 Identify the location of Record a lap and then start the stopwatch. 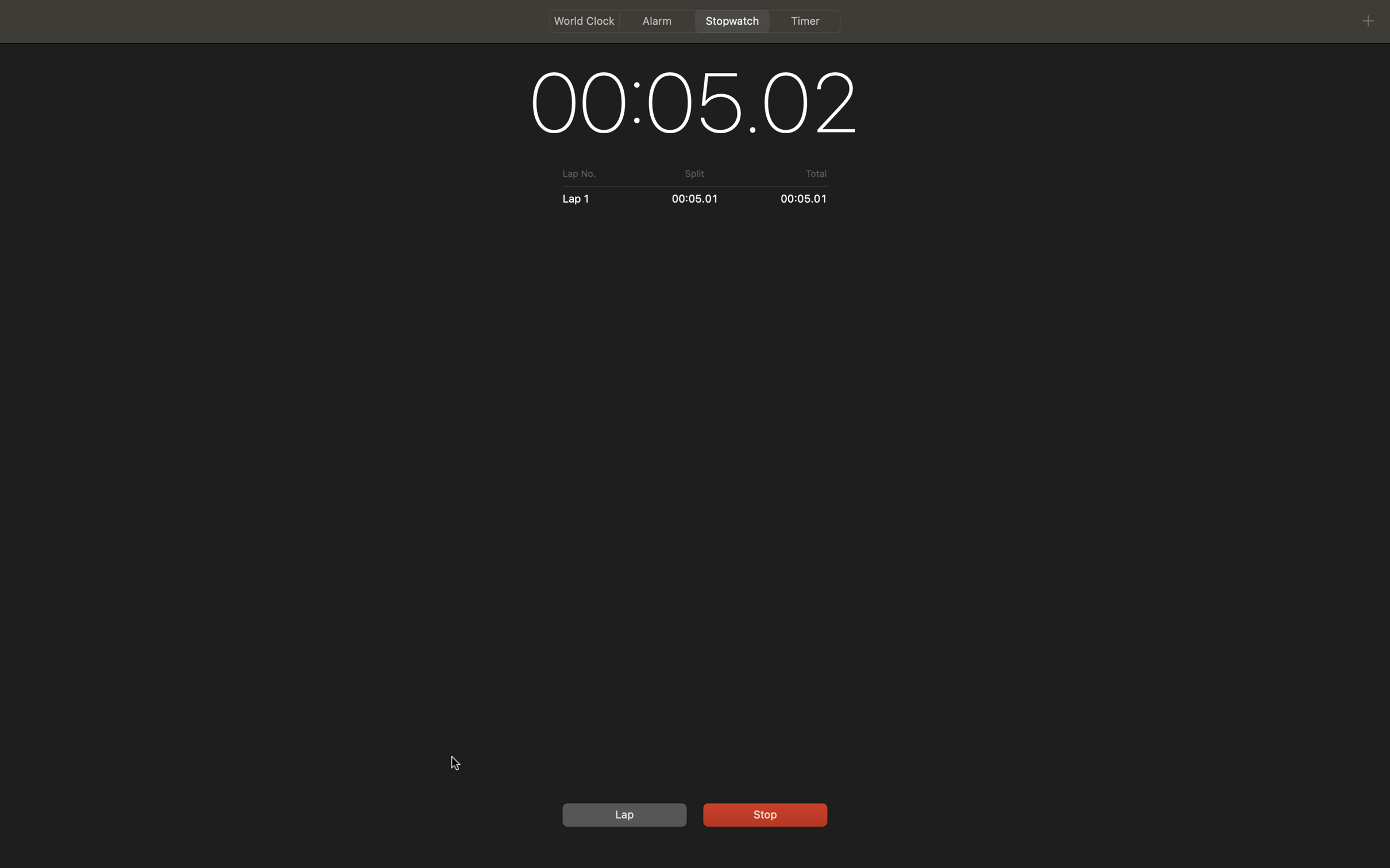
(622, 814).